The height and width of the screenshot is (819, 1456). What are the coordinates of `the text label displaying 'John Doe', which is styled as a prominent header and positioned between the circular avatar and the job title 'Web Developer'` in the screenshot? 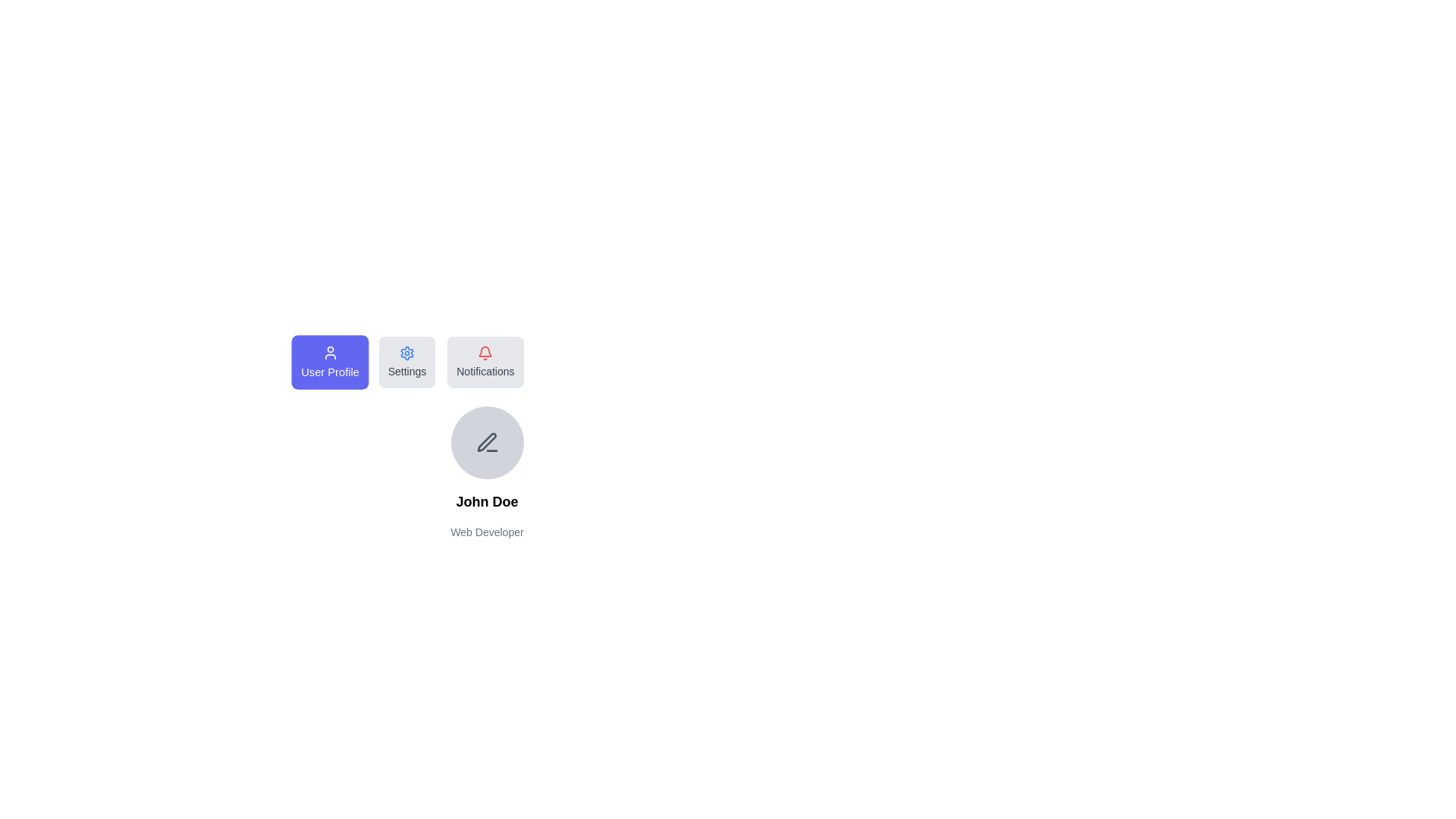 It's located at (487, 502).